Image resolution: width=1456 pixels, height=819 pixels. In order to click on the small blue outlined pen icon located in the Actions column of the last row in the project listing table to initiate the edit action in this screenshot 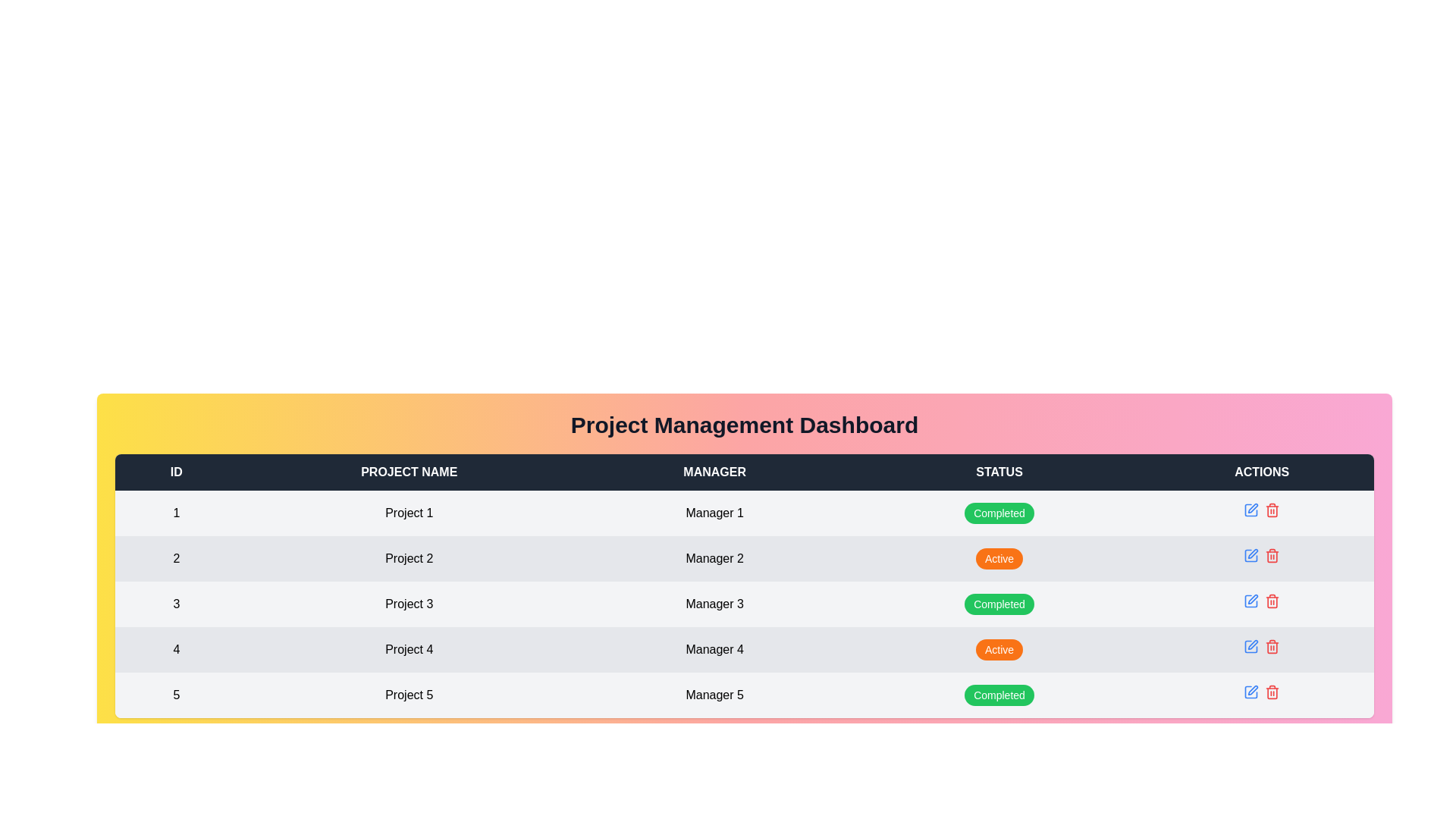, I will do `click(1251, 692)`.